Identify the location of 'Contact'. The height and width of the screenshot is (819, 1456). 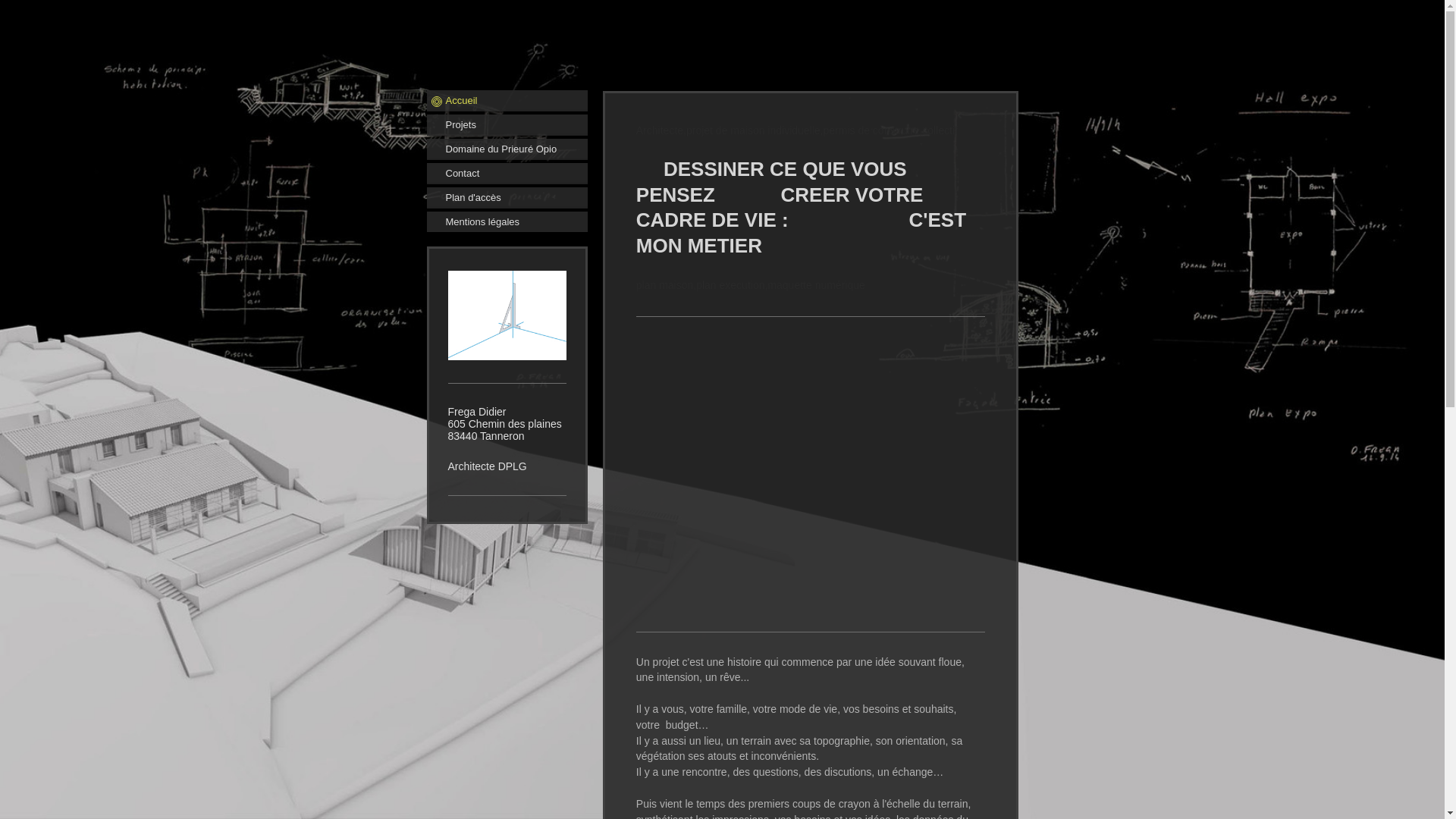
(506, 172).